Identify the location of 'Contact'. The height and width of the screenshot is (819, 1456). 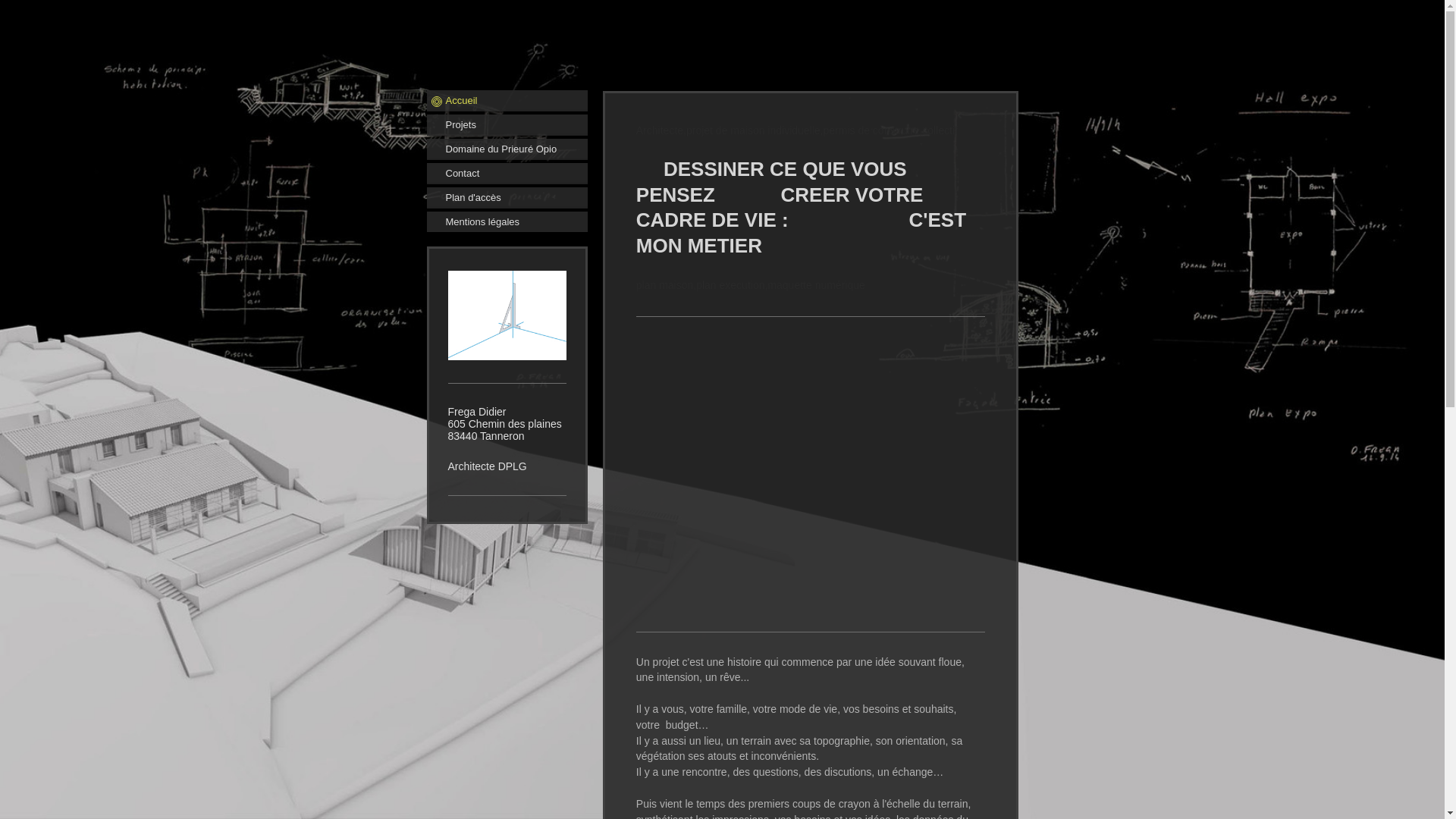
(506, 172).